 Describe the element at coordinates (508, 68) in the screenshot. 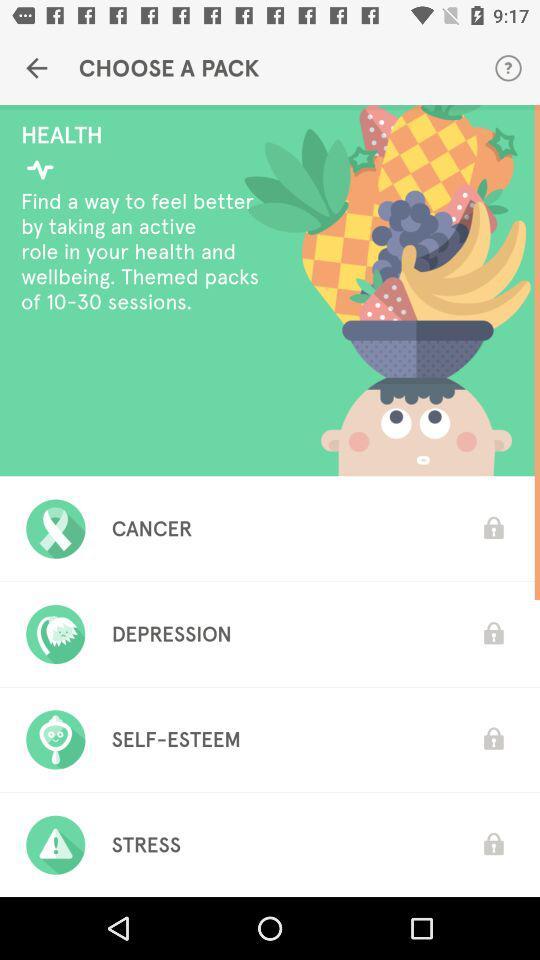

I see `the icon to the right of choose a pack item` at that location.